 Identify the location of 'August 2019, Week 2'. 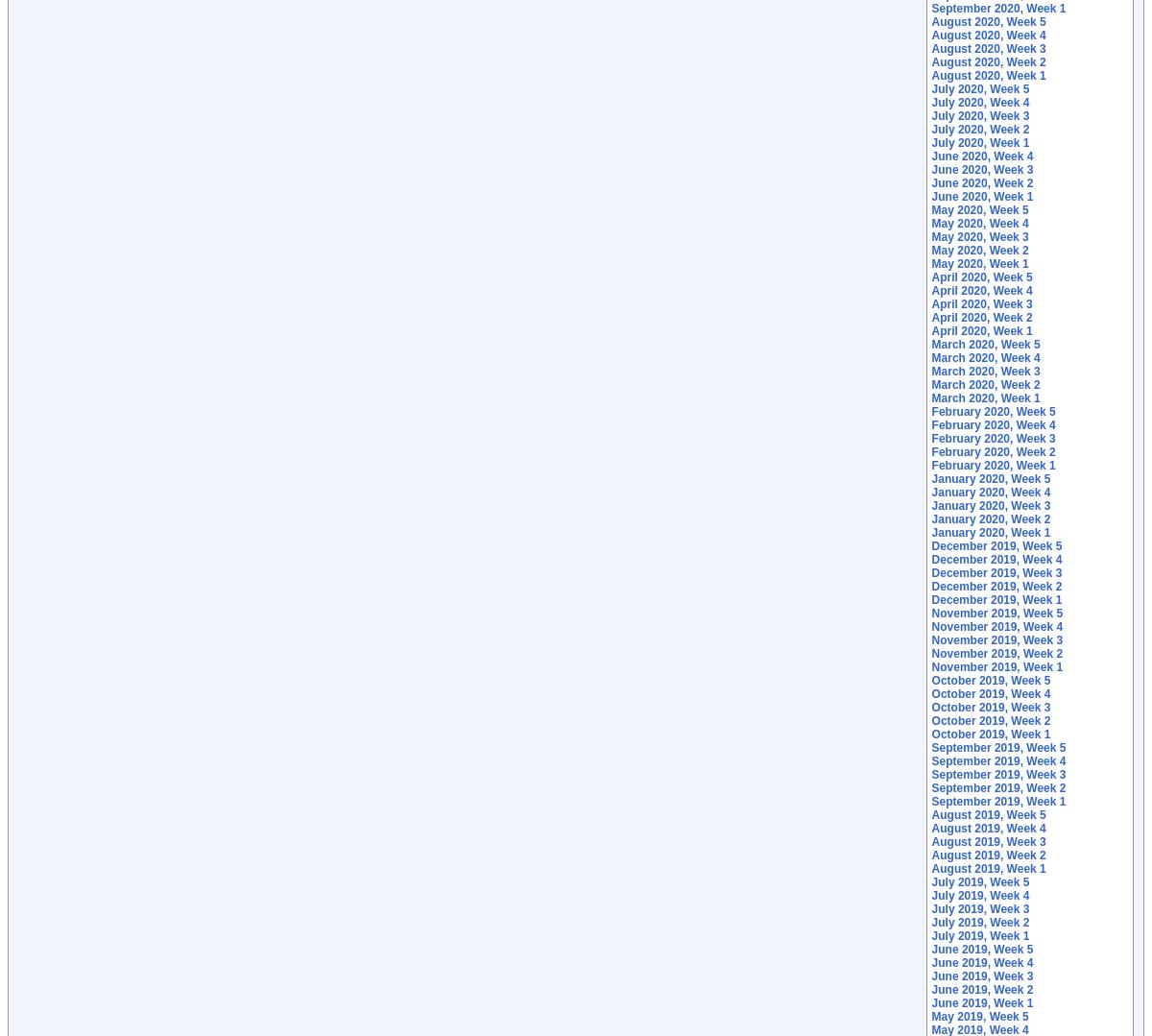
(988, 855).